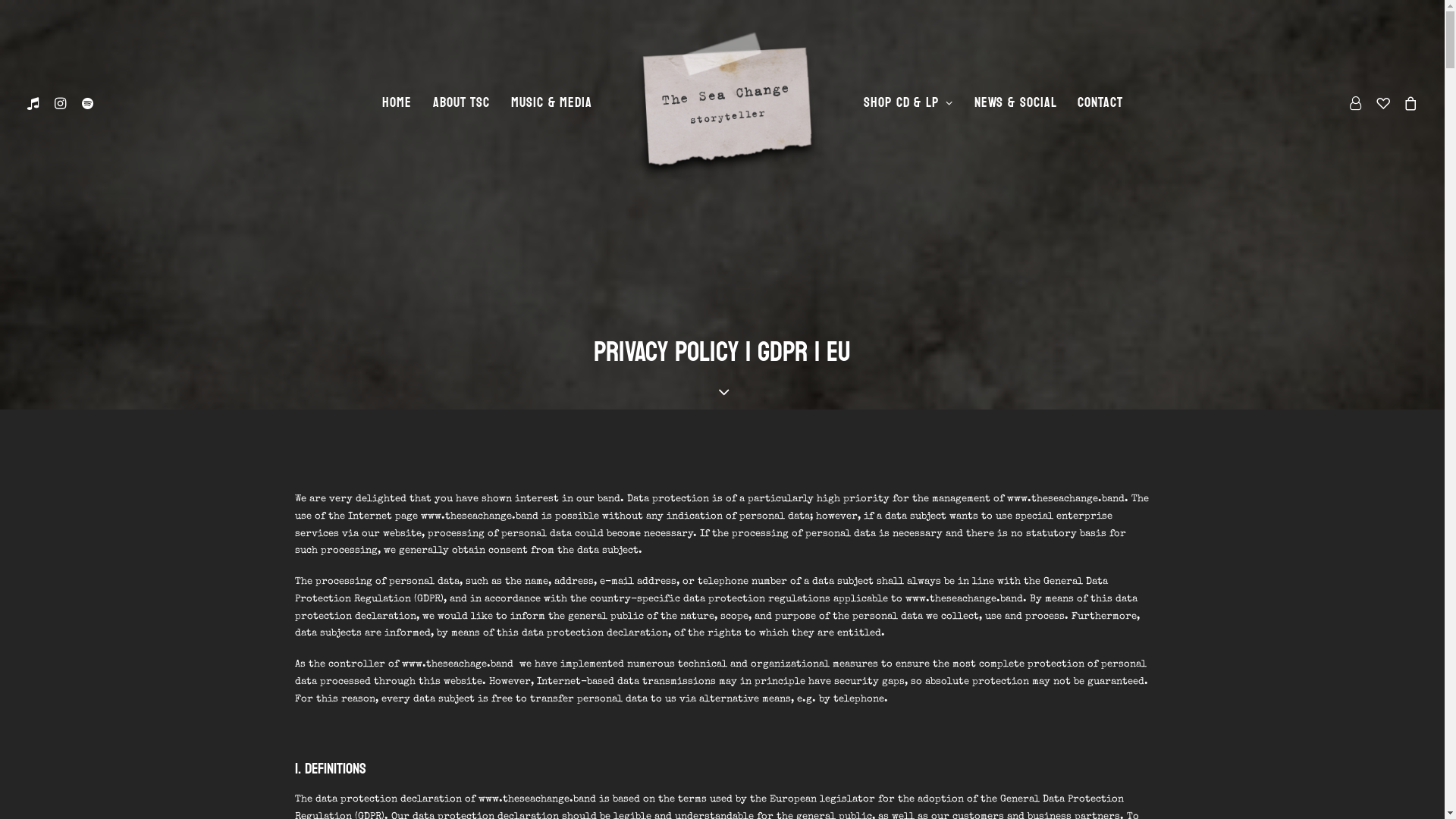  Describe the element at coordinates (1407, 102) in the screenshot. I see `'cart'` at that location.